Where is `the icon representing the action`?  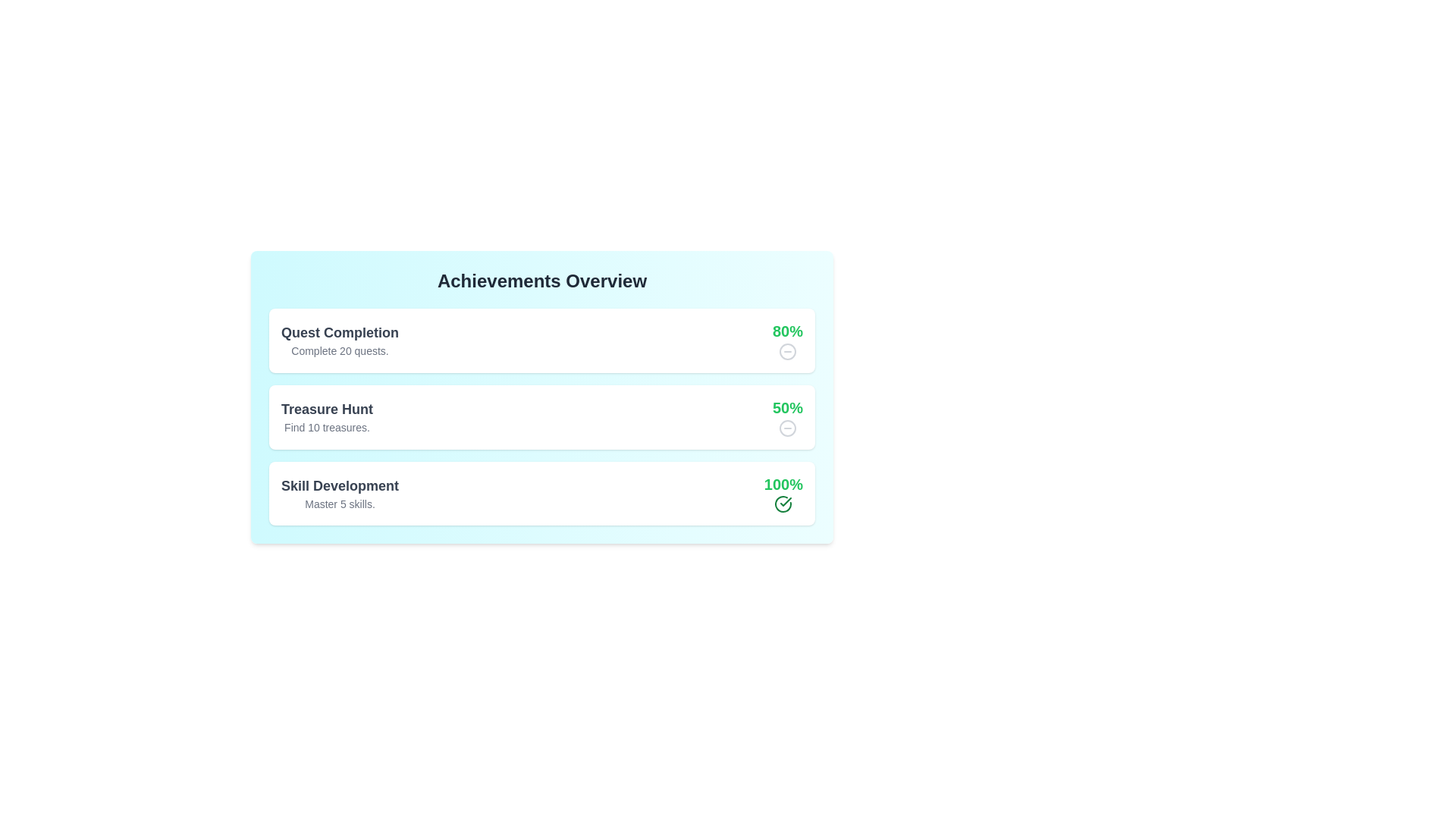 the icon representing the action is located at coordinates (787, 351).